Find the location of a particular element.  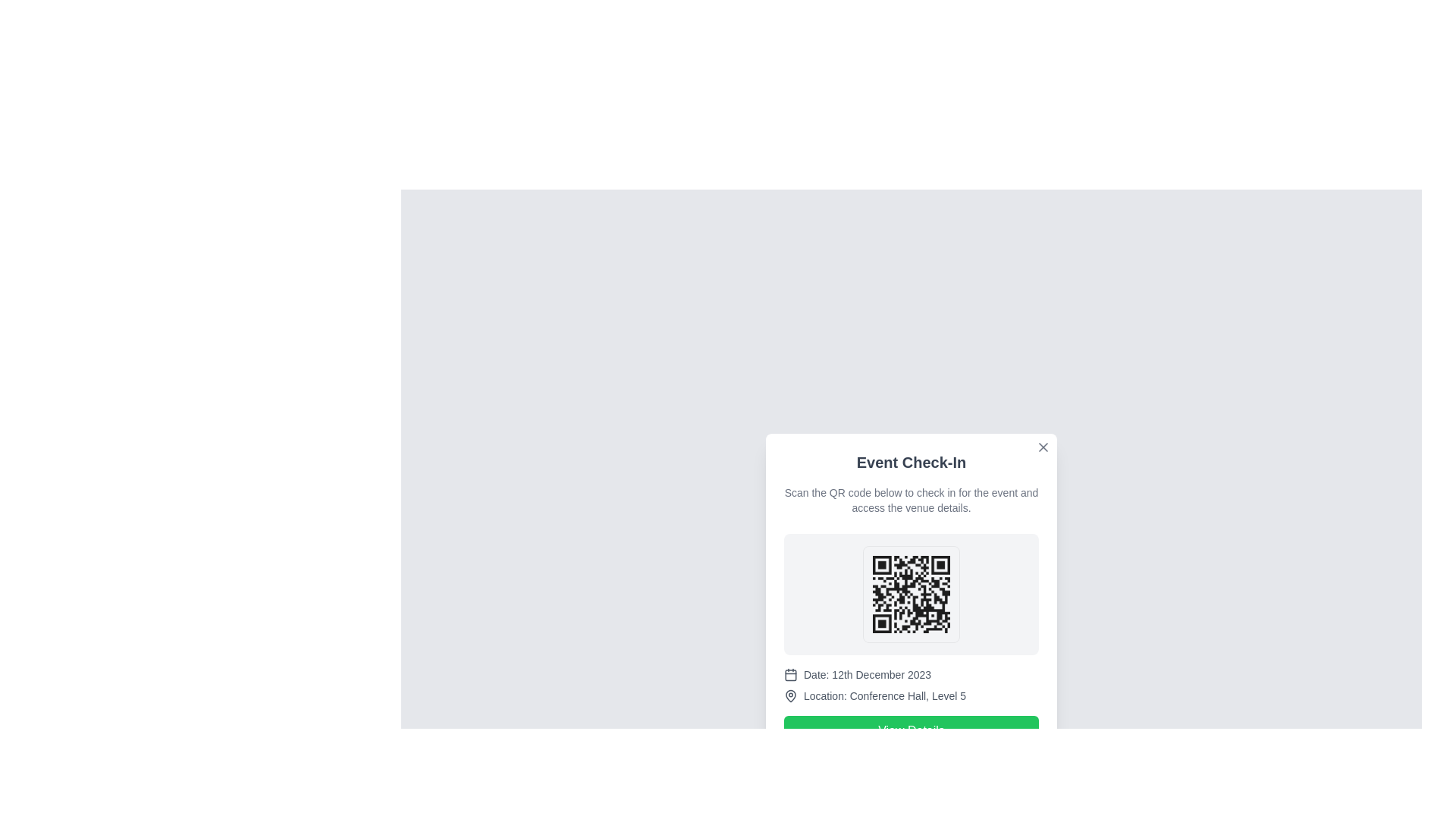

the location pin icon, which is styled with rounded edges and a hollow middle, located in the modal displaying event details, next to the text 'Location: Conference Hall, Level 5' is located at coordinates (789, 695).